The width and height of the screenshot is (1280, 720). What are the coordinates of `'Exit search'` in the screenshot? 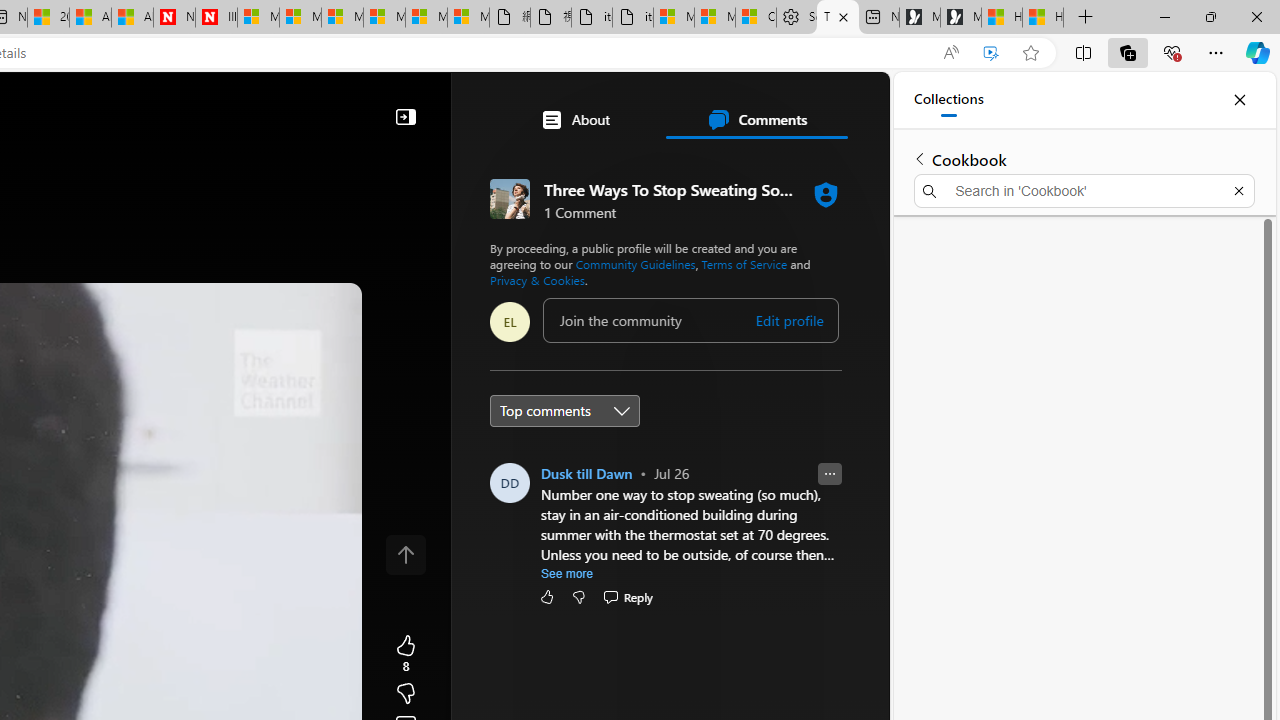 It's located at (1238, 191).